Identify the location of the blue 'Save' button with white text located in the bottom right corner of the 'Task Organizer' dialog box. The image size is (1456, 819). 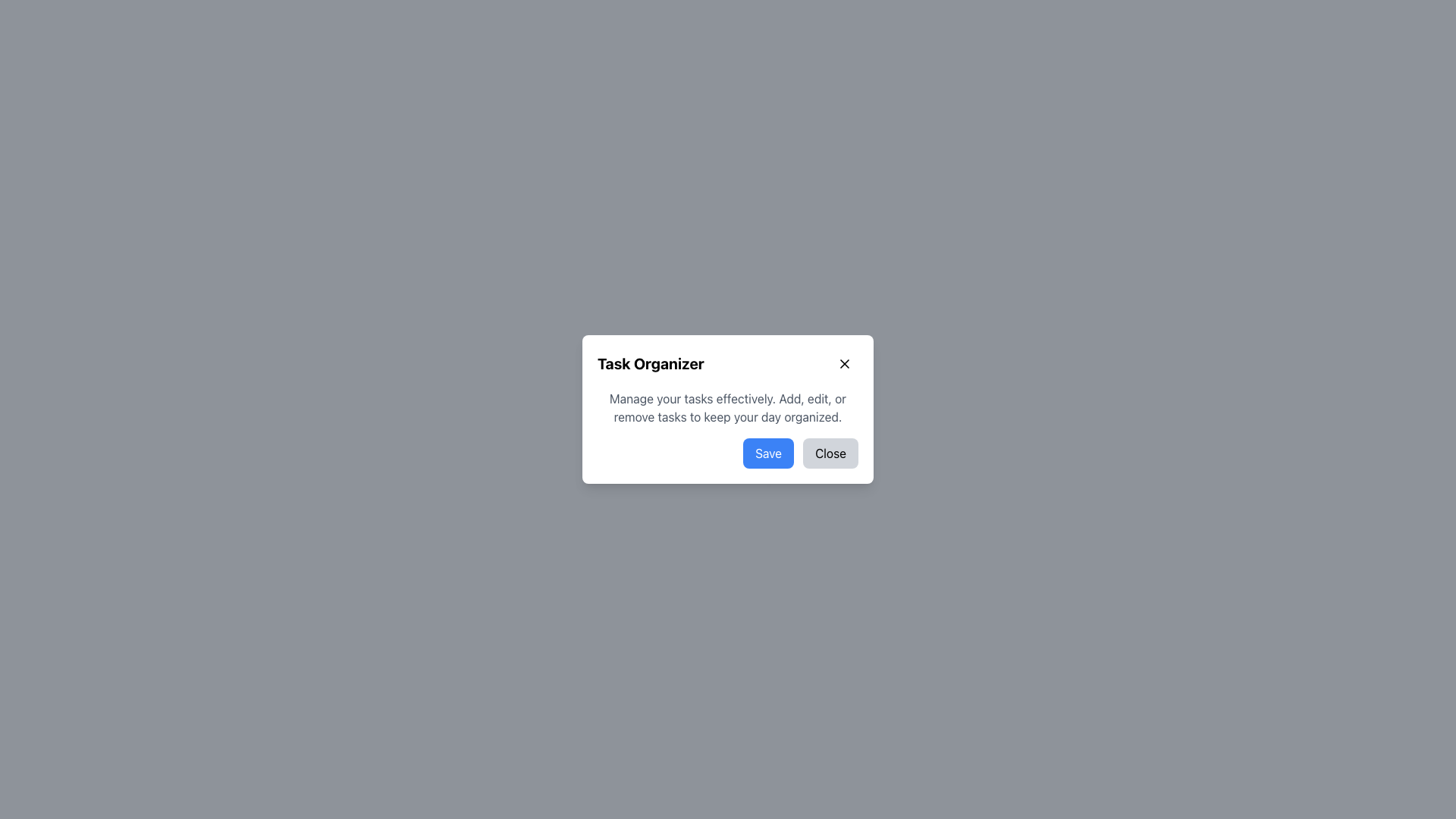
(768, 452).